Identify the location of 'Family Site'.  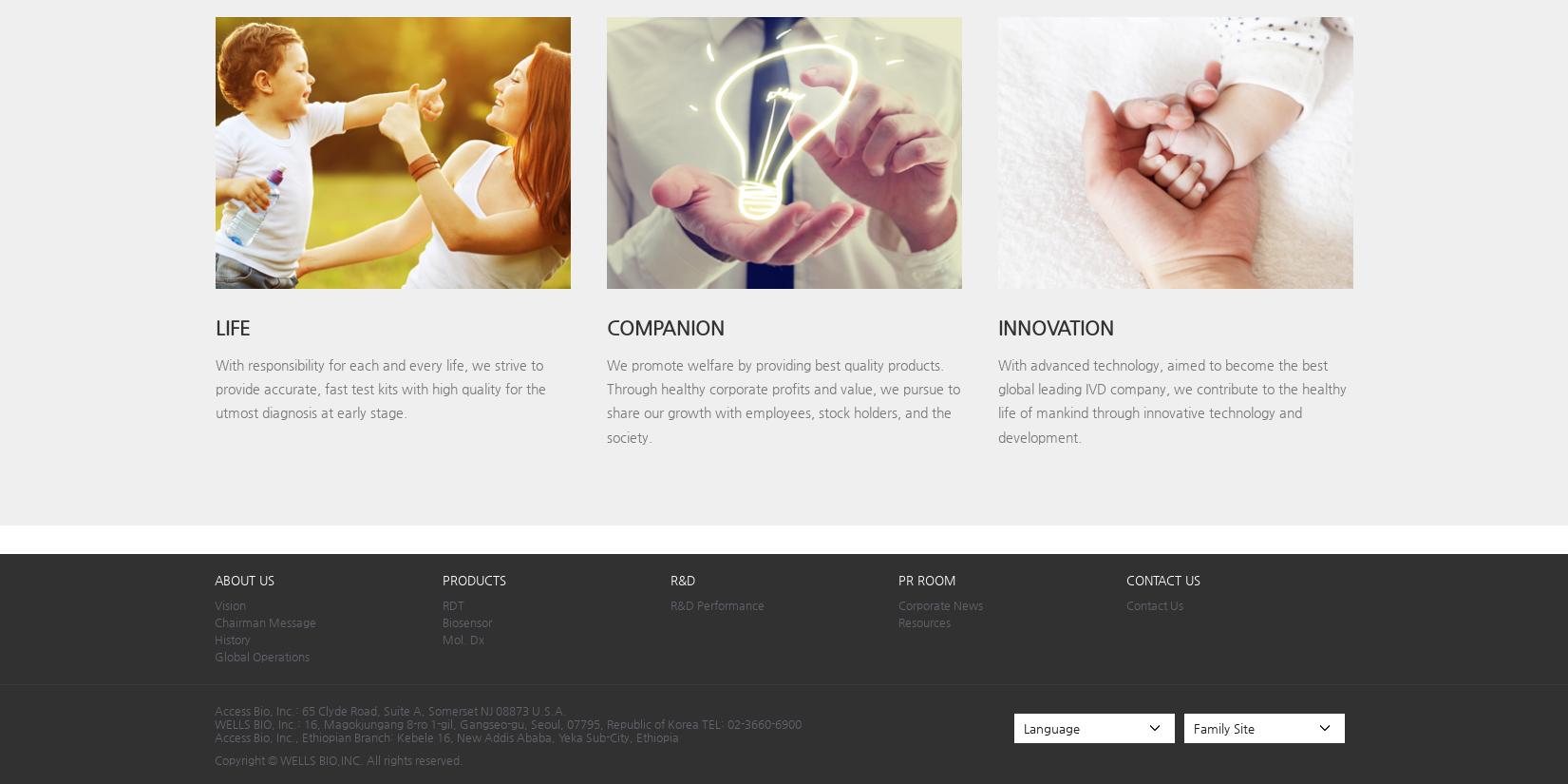
(1221, 726).